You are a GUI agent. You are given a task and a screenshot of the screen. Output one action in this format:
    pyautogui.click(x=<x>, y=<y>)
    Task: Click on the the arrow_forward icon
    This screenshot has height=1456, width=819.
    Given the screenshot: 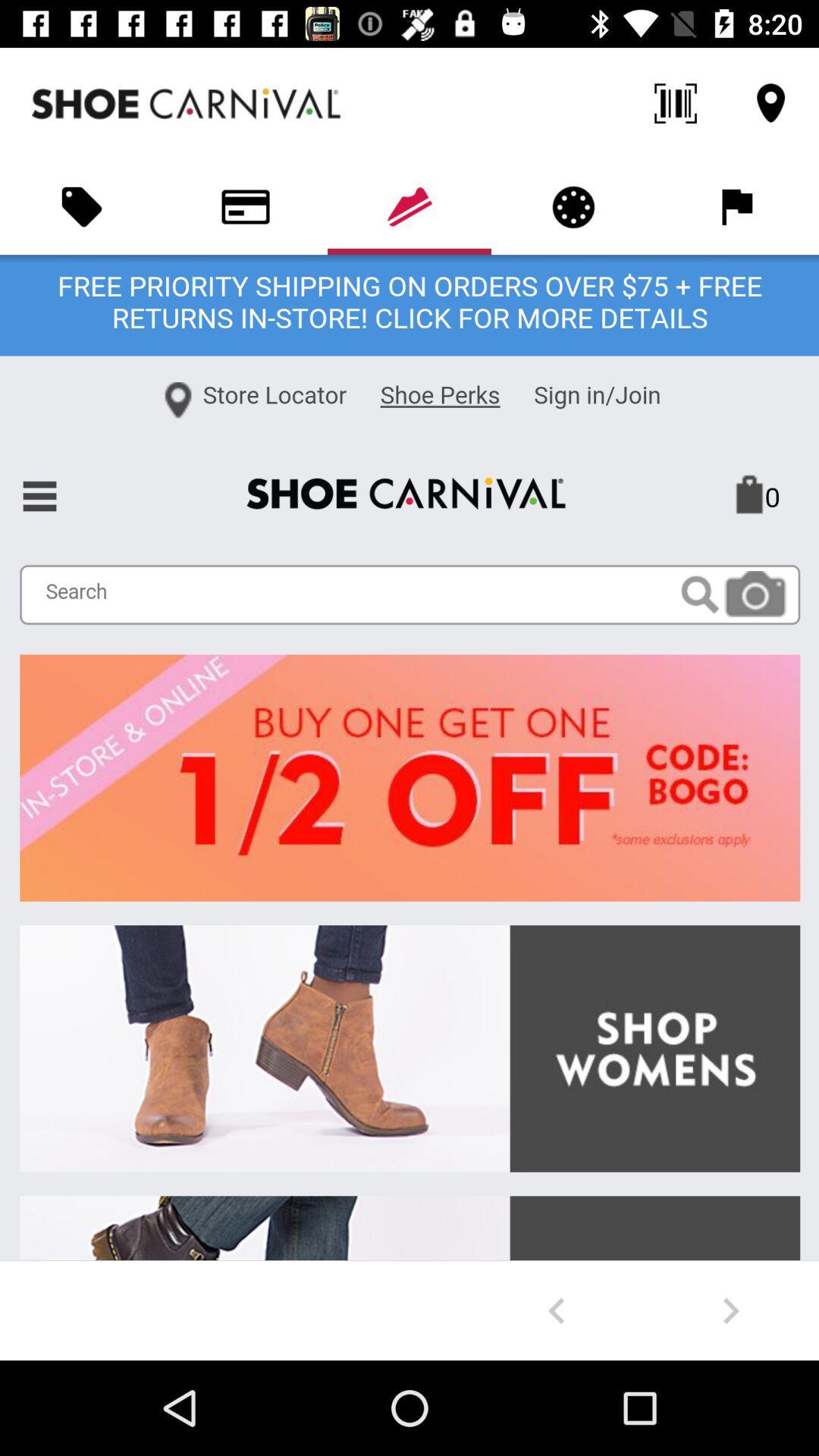 What is the action you would take?
    pyautogui.click(x=730, y=1310)
    